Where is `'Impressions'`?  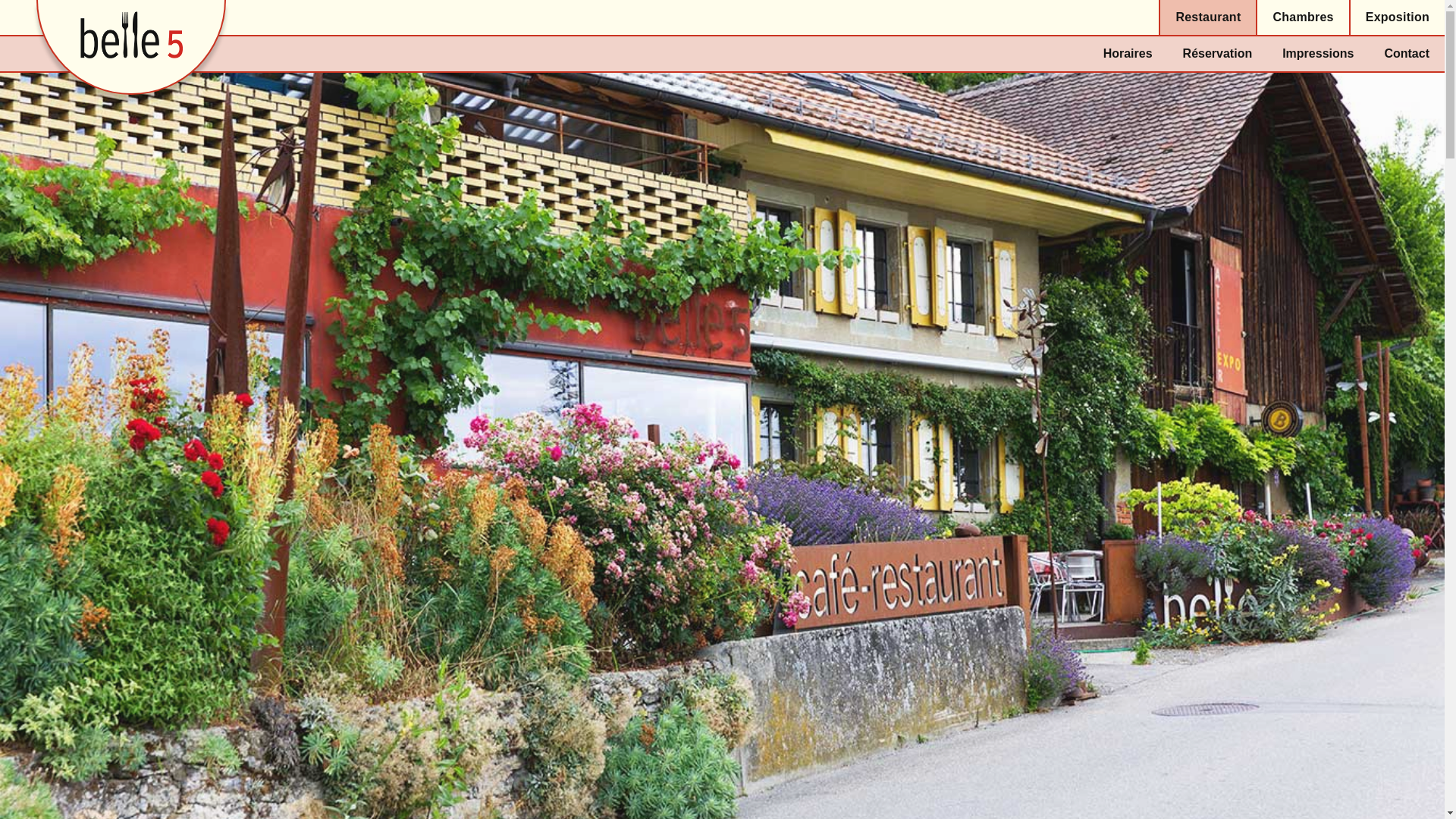 'Impressions' is located at coordinates (1266, 52).